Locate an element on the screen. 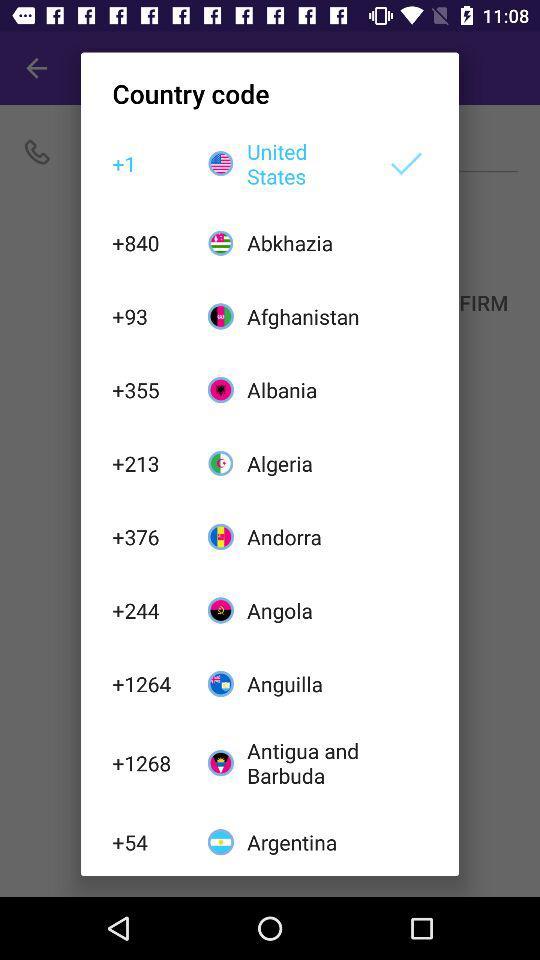 The height and width of the screenshot is (960, 540). +93 is located at coordinates (148, 316).